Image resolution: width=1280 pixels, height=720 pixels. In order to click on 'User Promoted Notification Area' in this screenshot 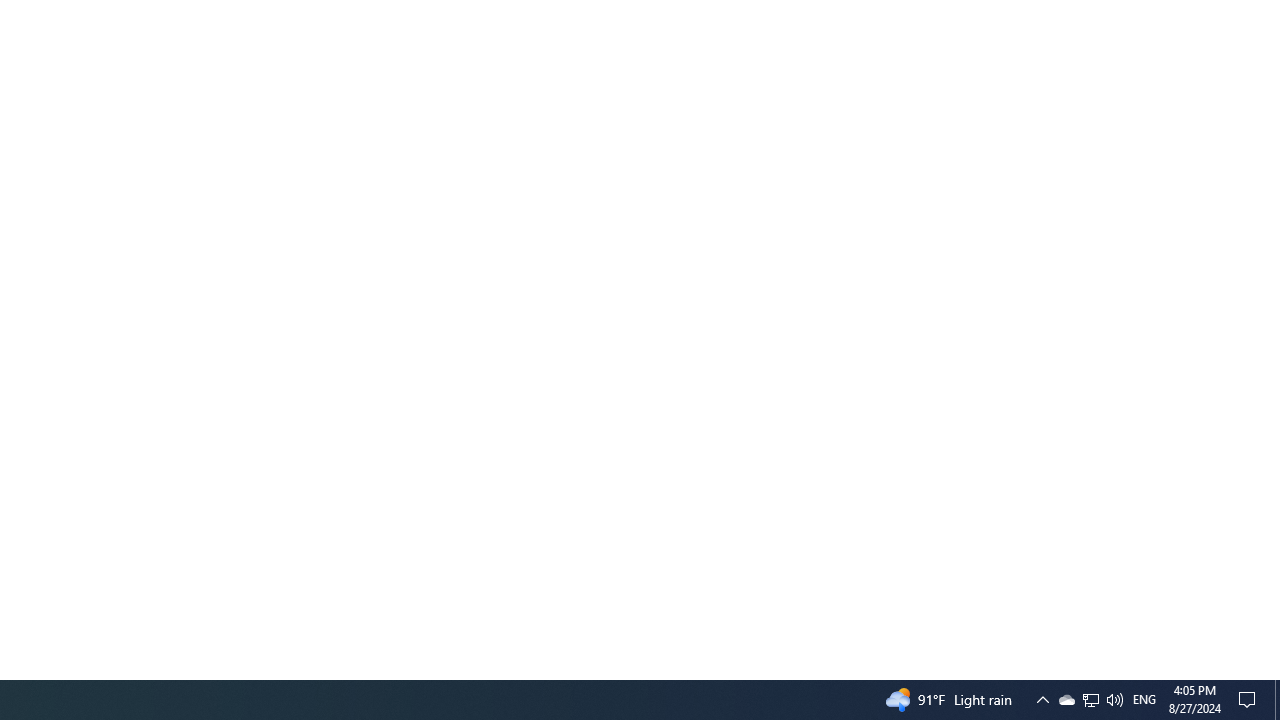, I will do `click(1089, 698)`.